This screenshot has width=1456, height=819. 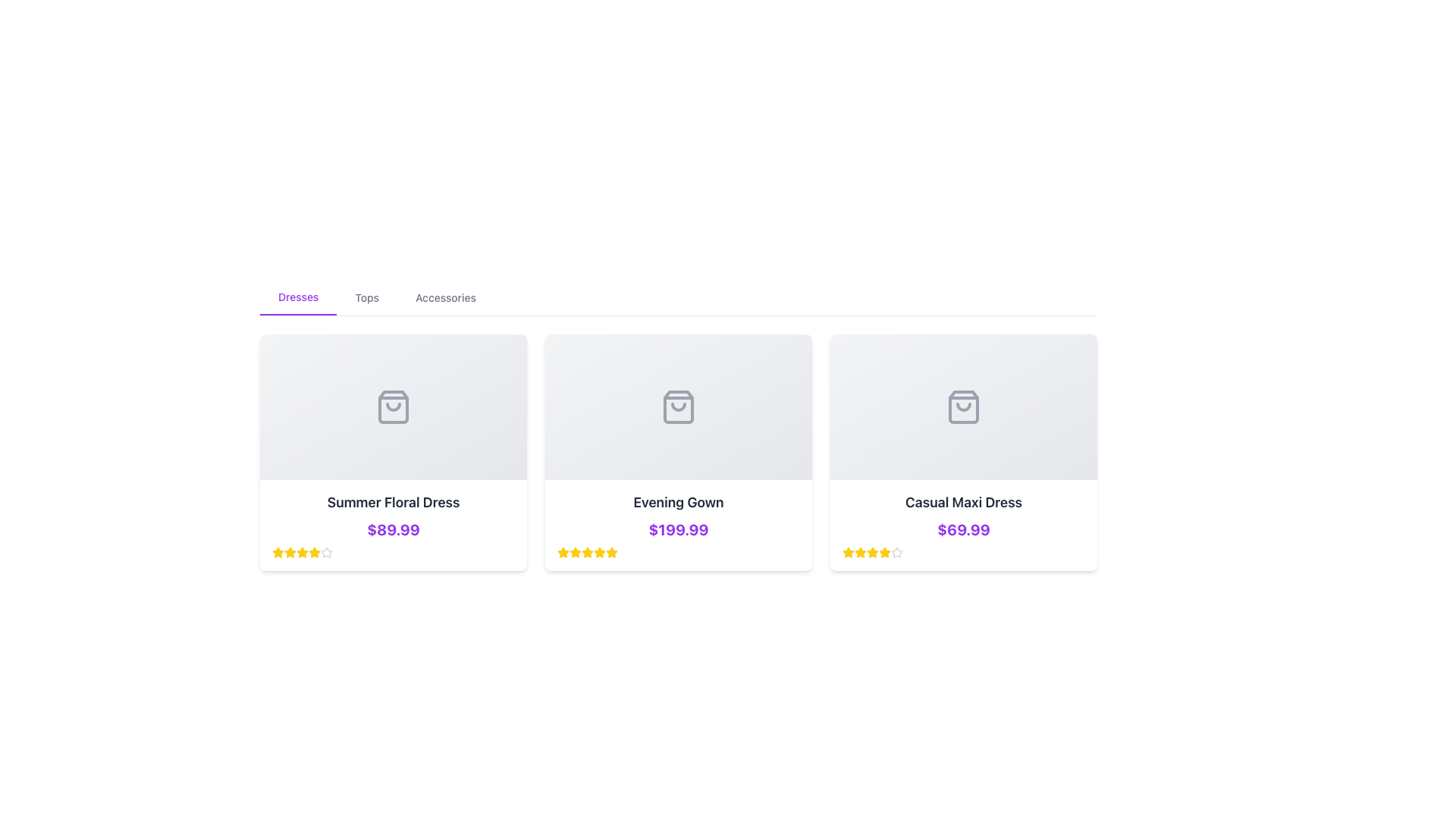 What do you see at coordinates (860, 552) in the screenshot?
I see `the second star icon in the five-star rating system located under the '$69.99' text for the 'Casual Maxi Dress'` at bounding box center [860, 552].